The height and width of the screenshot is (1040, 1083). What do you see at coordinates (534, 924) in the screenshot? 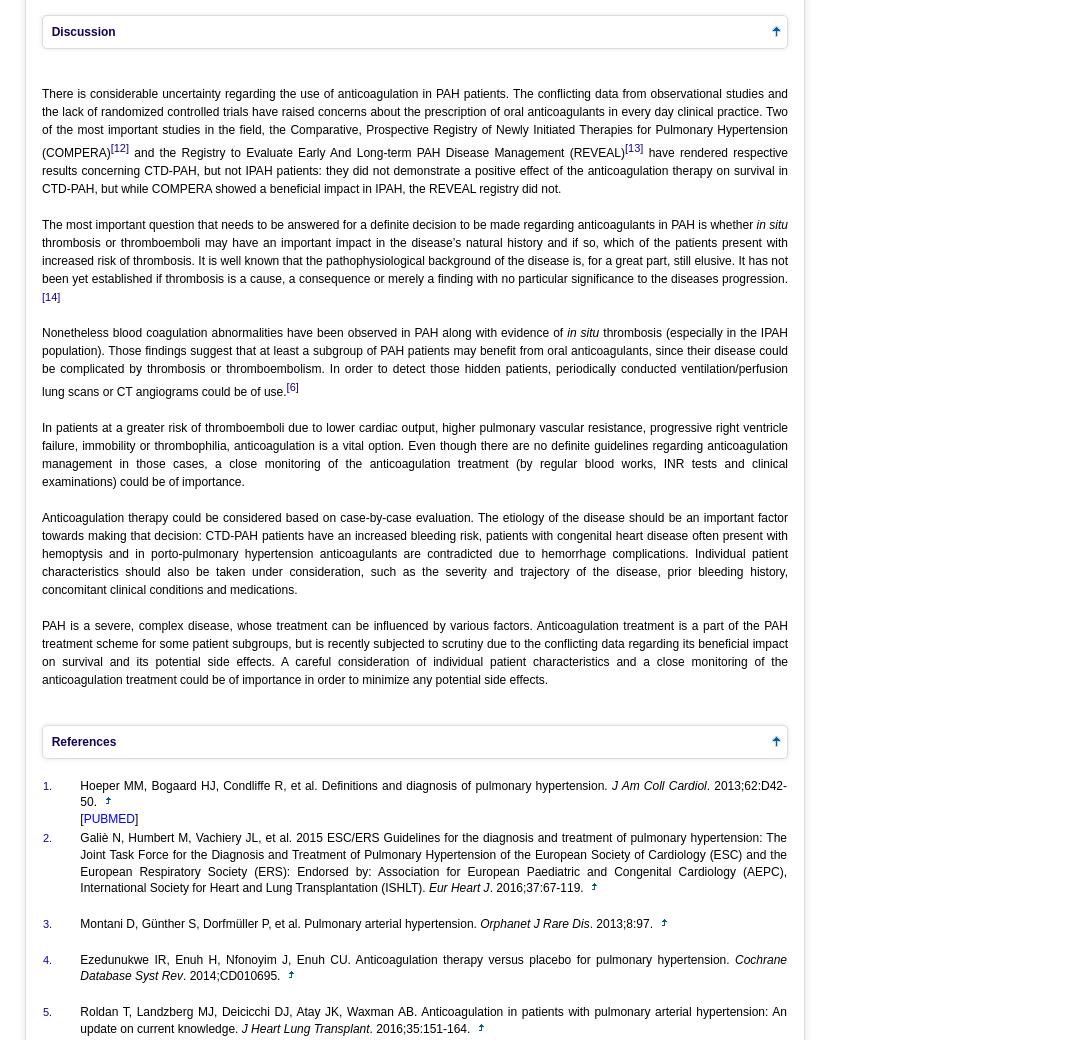
I see `'Orphanet J Rare Dis'` at bounding box center [534, 924].